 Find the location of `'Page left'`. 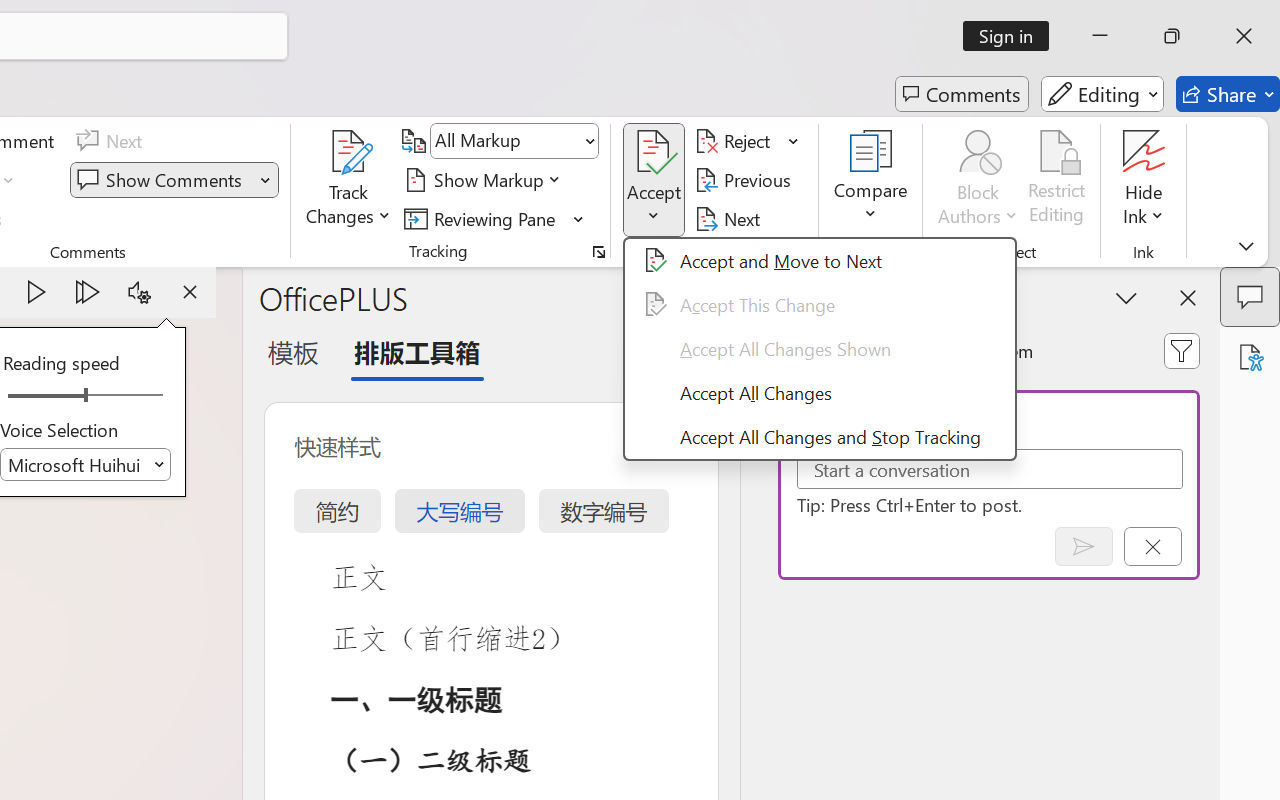

'Page left' is located at coordinates (40, 395).